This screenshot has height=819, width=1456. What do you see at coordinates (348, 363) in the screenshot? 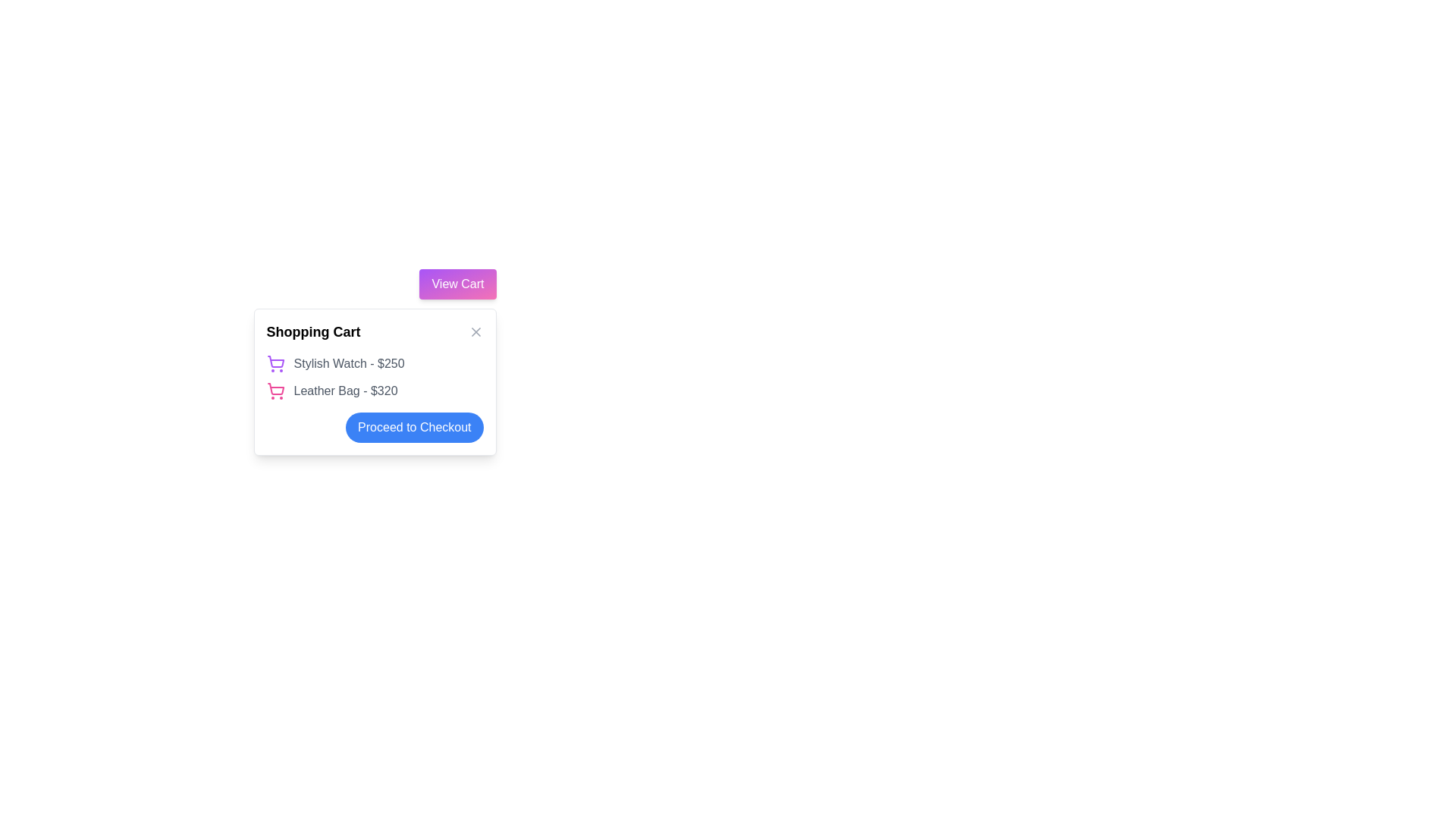
I see `the descriptive label for the product item in the shopping cart, which provides the product's name and price, positioned as the first item in a vertical list aligned to the right of a purple shopping cart icon` at bounding box center [348, 363].